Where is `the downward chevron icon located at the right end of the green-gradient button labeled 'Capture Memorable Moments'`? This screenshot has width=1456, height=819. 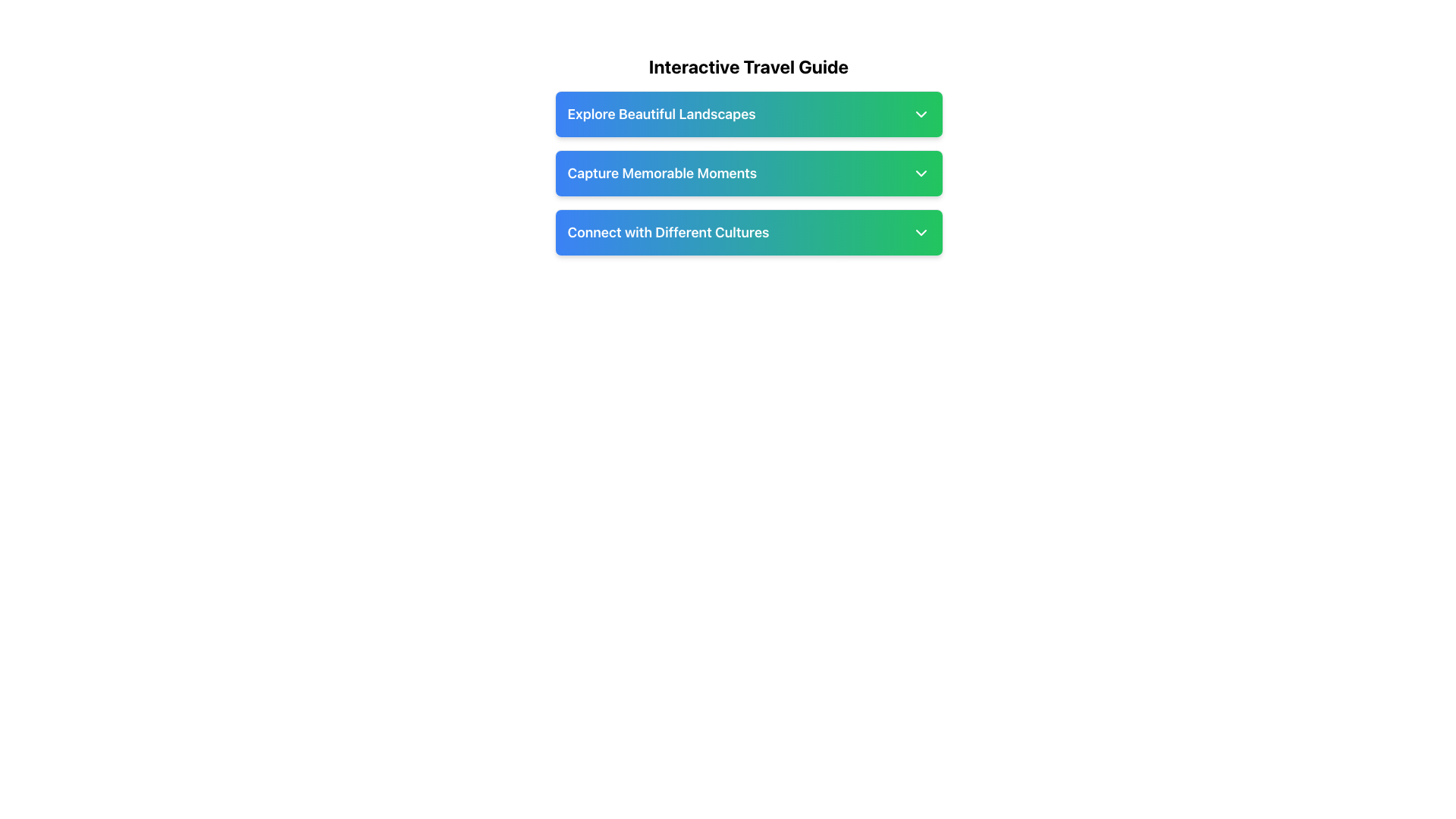
the downward chevron icon located at the right end of the green-gradient button labeled 'Capture Memorable Moments' is located at coordinates (920, 172).